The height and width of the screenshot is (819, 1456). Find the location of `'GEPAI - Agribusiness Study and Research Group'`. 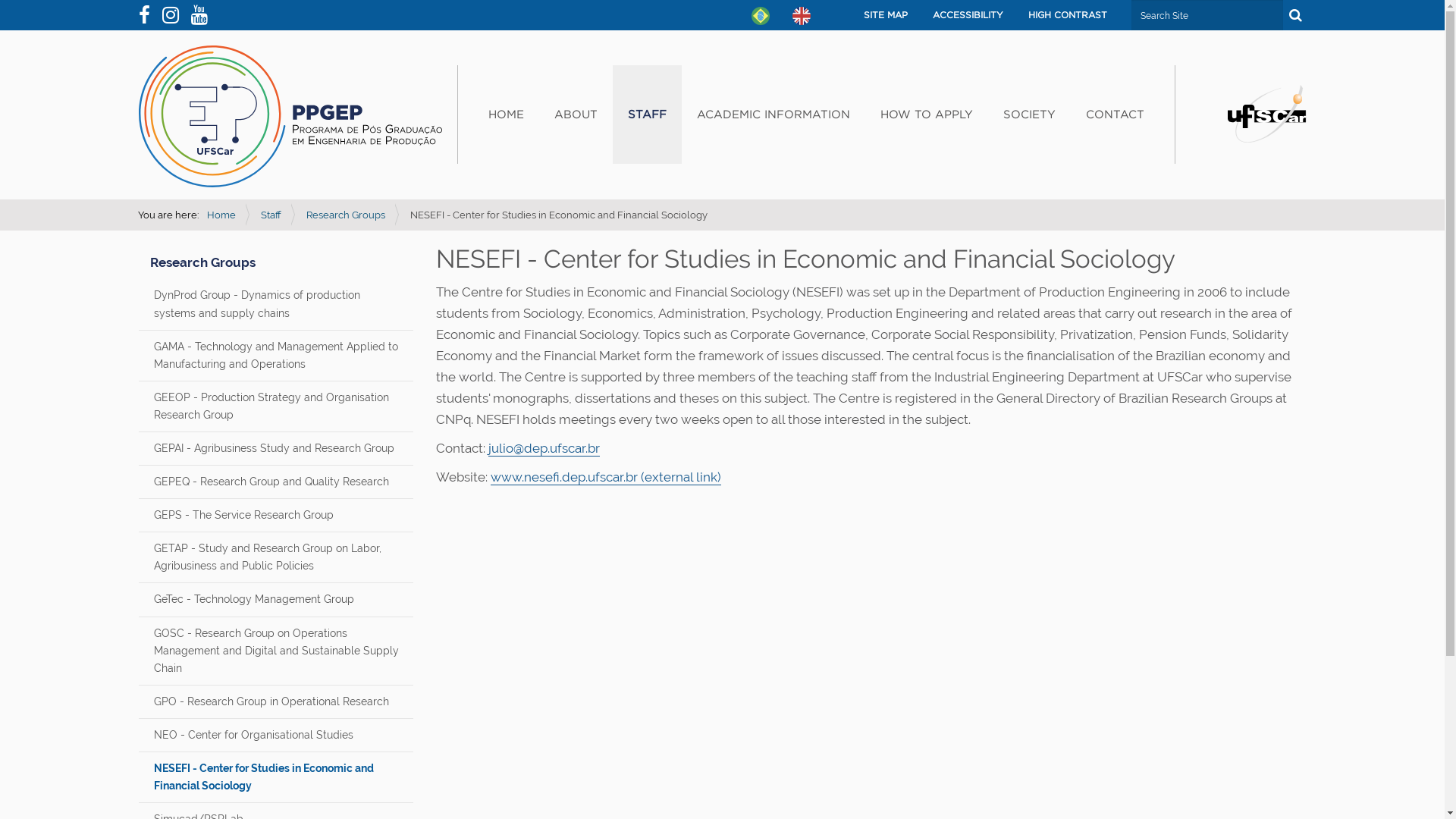

'GEPAI - Agribusiness Study and Research Group' is located at coordinates (275, 447).